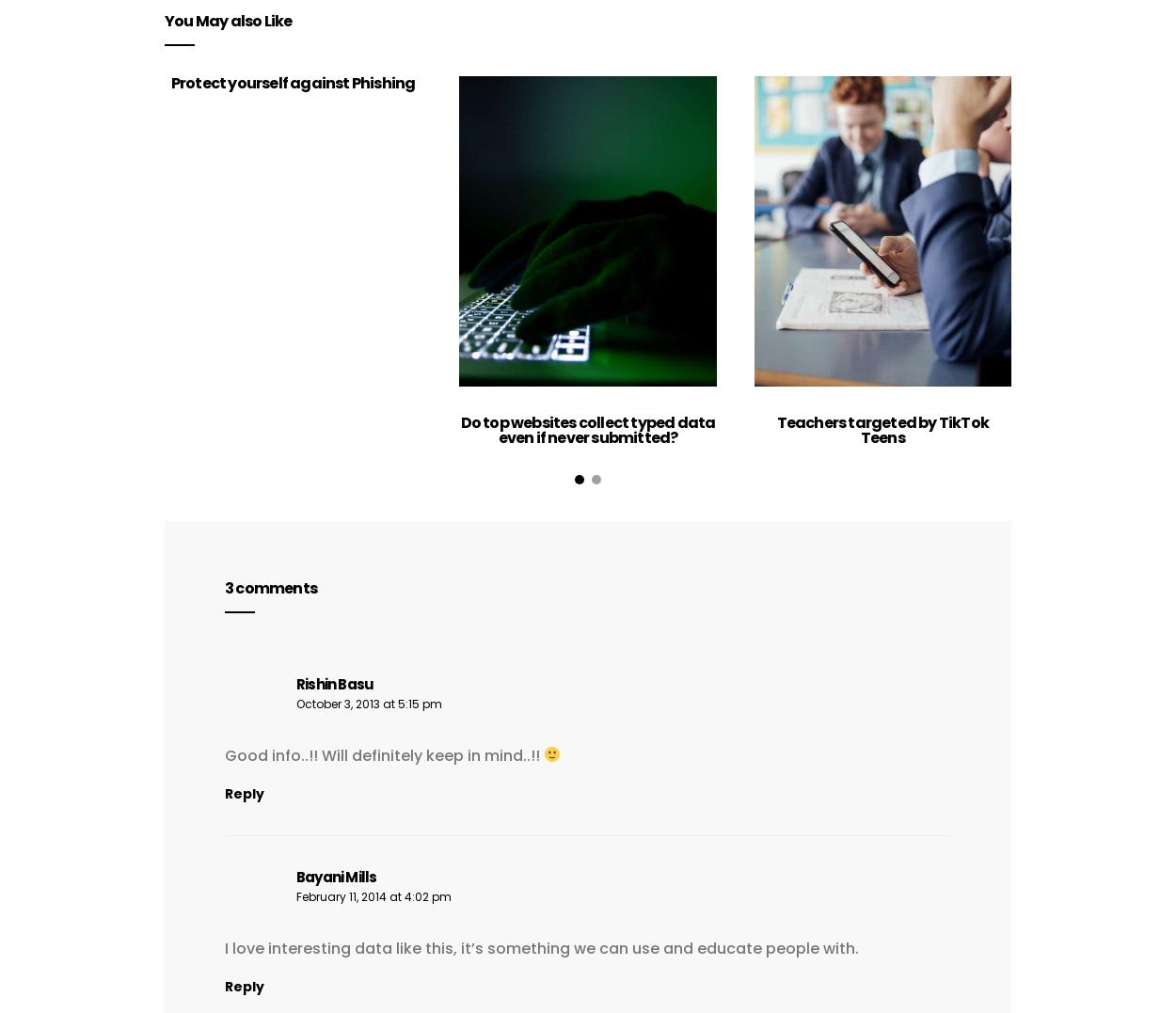 The image size is (1176, 1013). What do you see at coordinates (170, 81) in the screenshot?
I see `'Protect yourself against Phishing'` at bounding box center [170, 81].